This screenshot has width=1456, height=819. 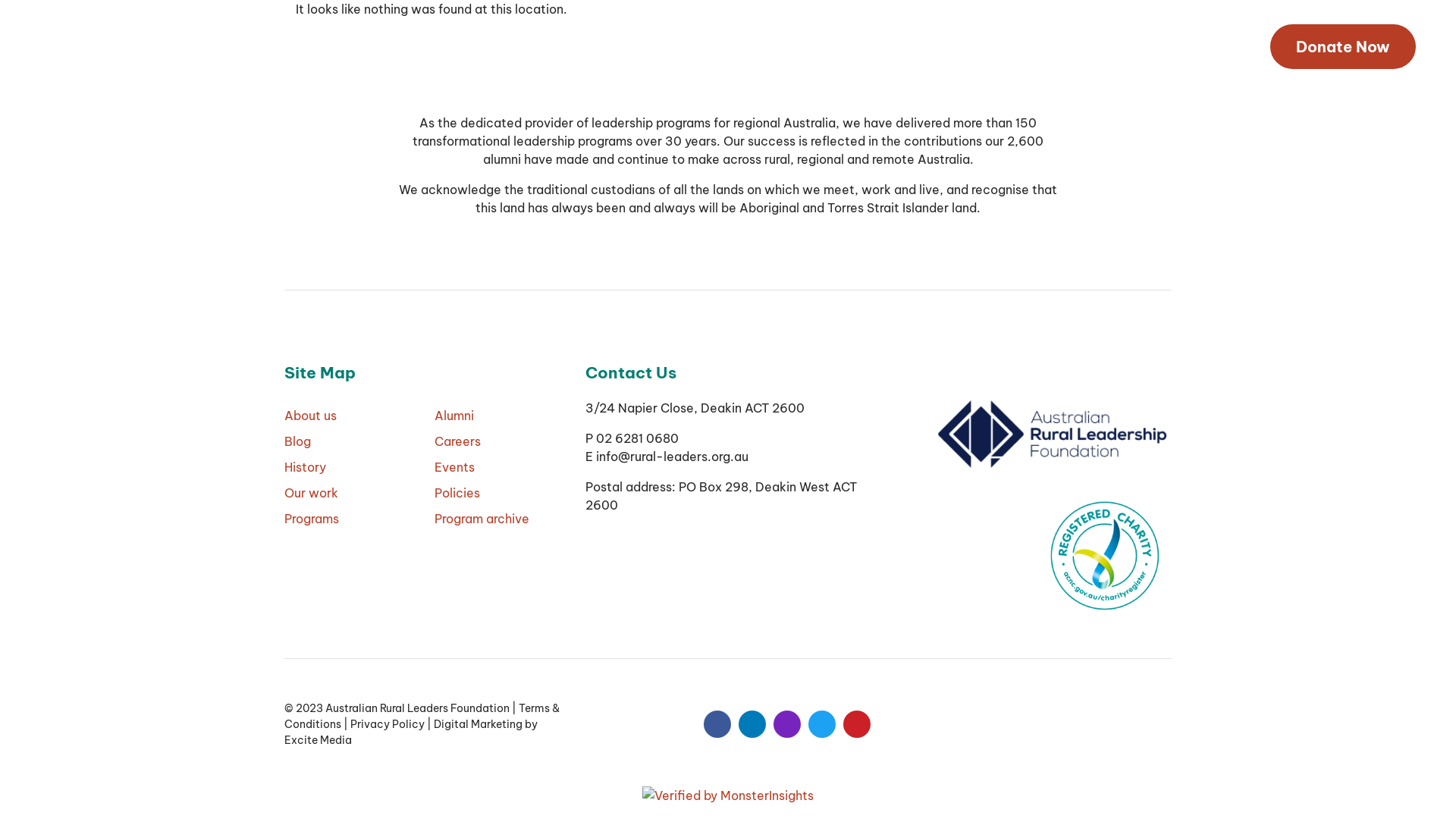 What do you see at coordinates (387, 723) in the screenshot?
I see `'Privacy Policy'` at bounding box center [387, 723].